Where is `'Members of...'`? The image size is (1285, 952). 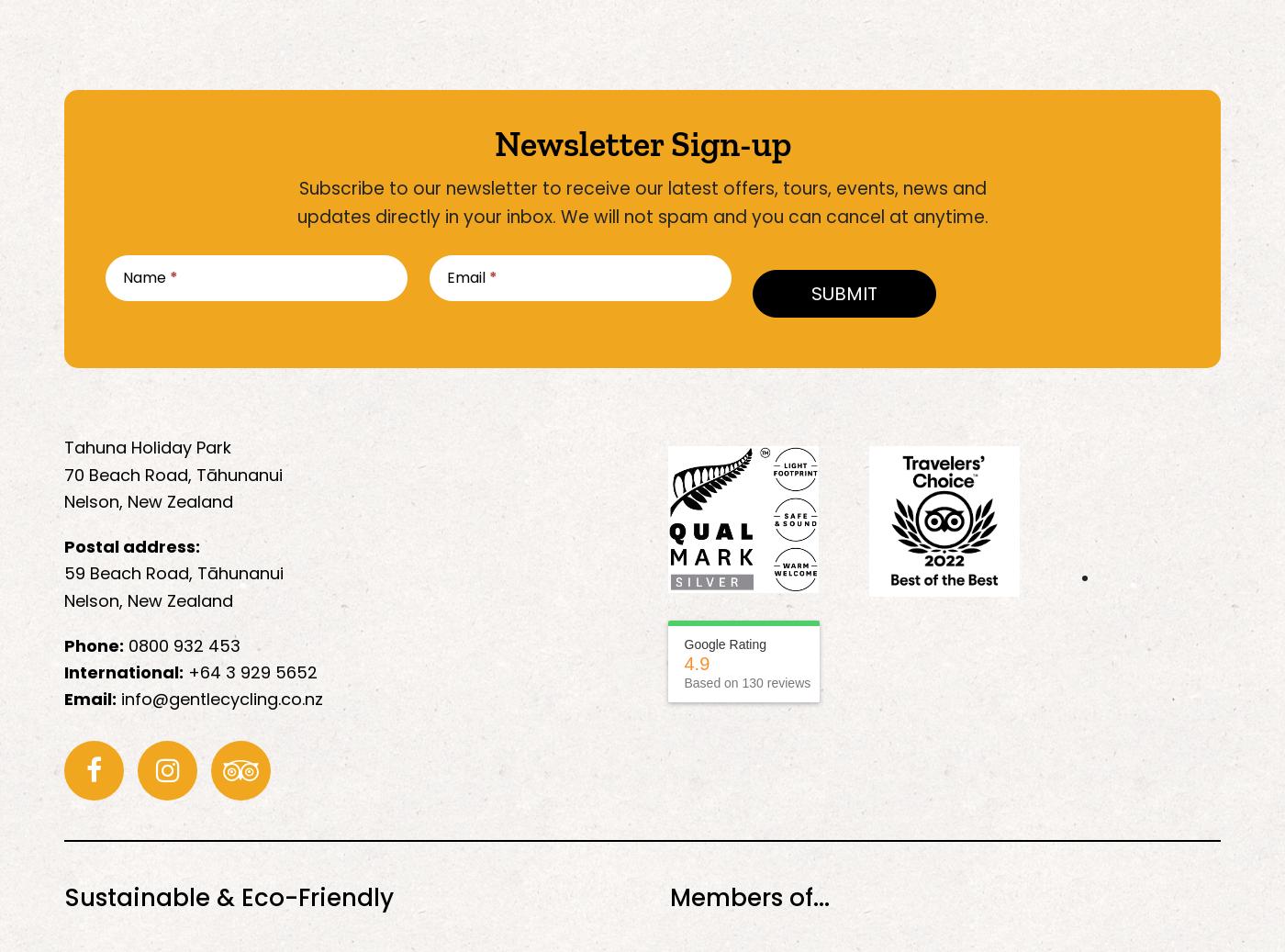
'Members of...' is located at coordinates (749, 897).